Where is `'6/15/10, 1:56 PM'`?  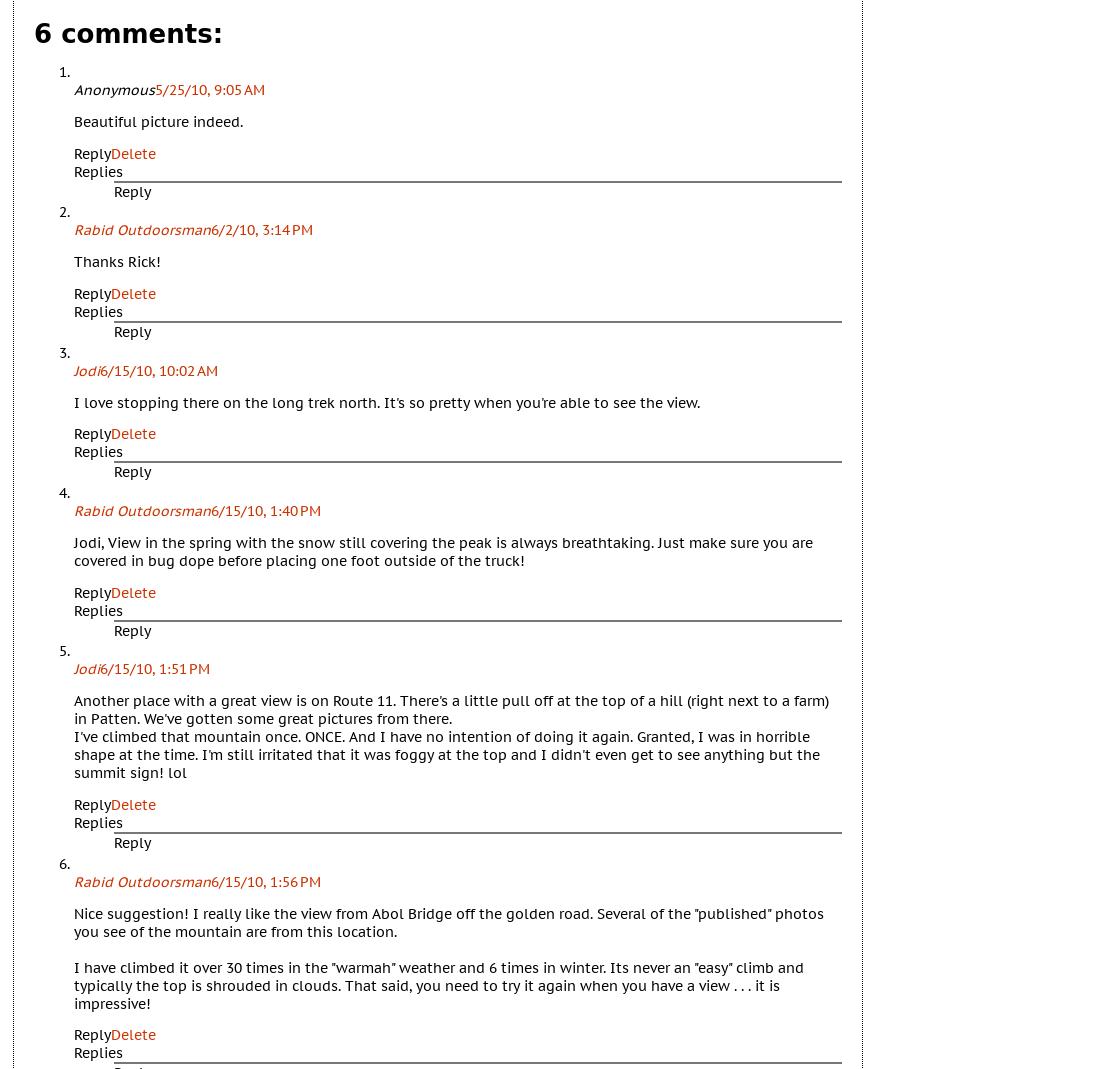 '6/15/10, 1:56 PM' is located at coordinates (266, 879).